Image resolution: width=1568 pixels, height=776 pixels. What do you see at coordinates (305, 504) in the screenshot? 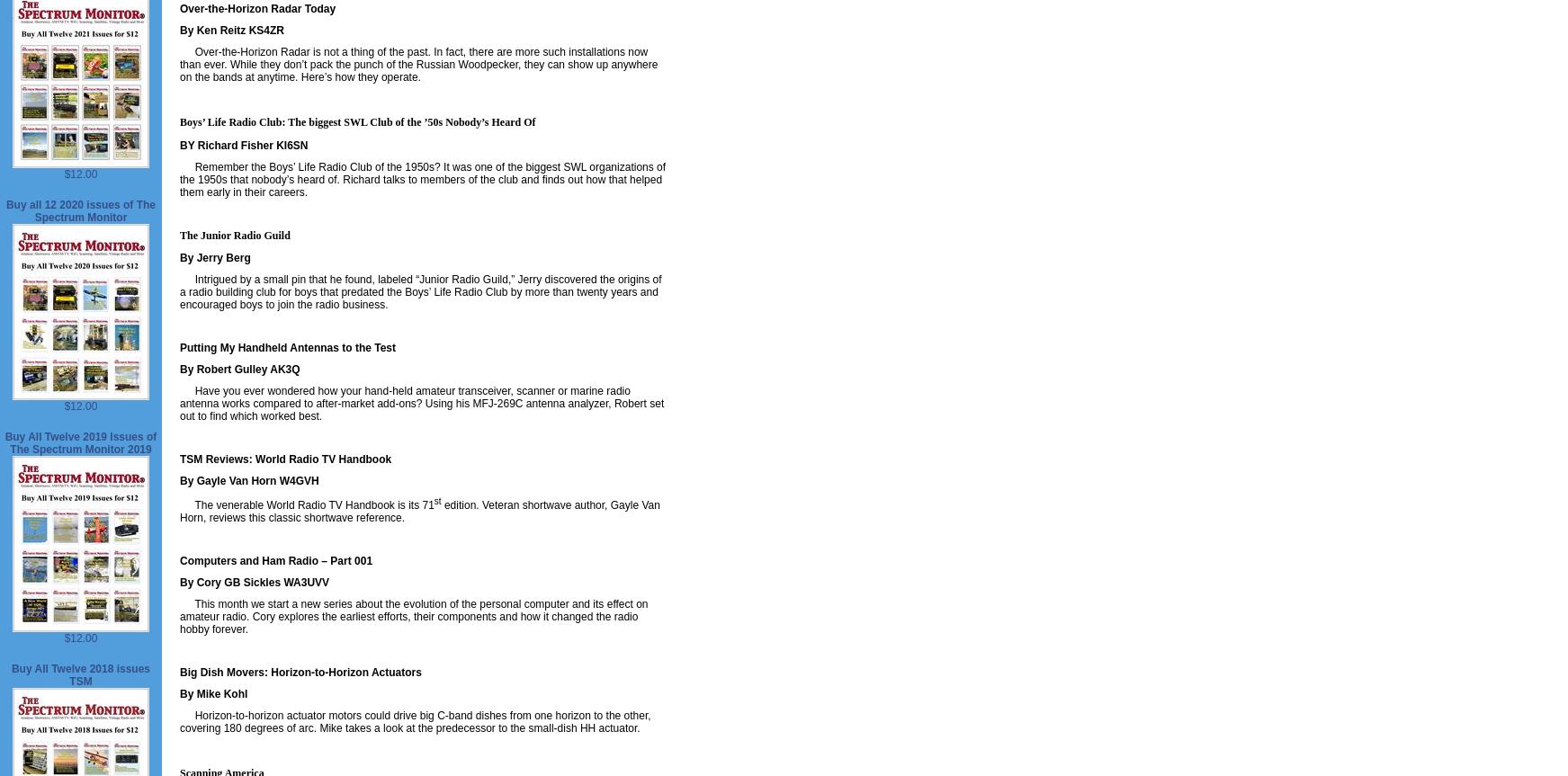
I see `'The venerable World Radio TV Handbook is
its 71'` at bounding box center [305, 504].